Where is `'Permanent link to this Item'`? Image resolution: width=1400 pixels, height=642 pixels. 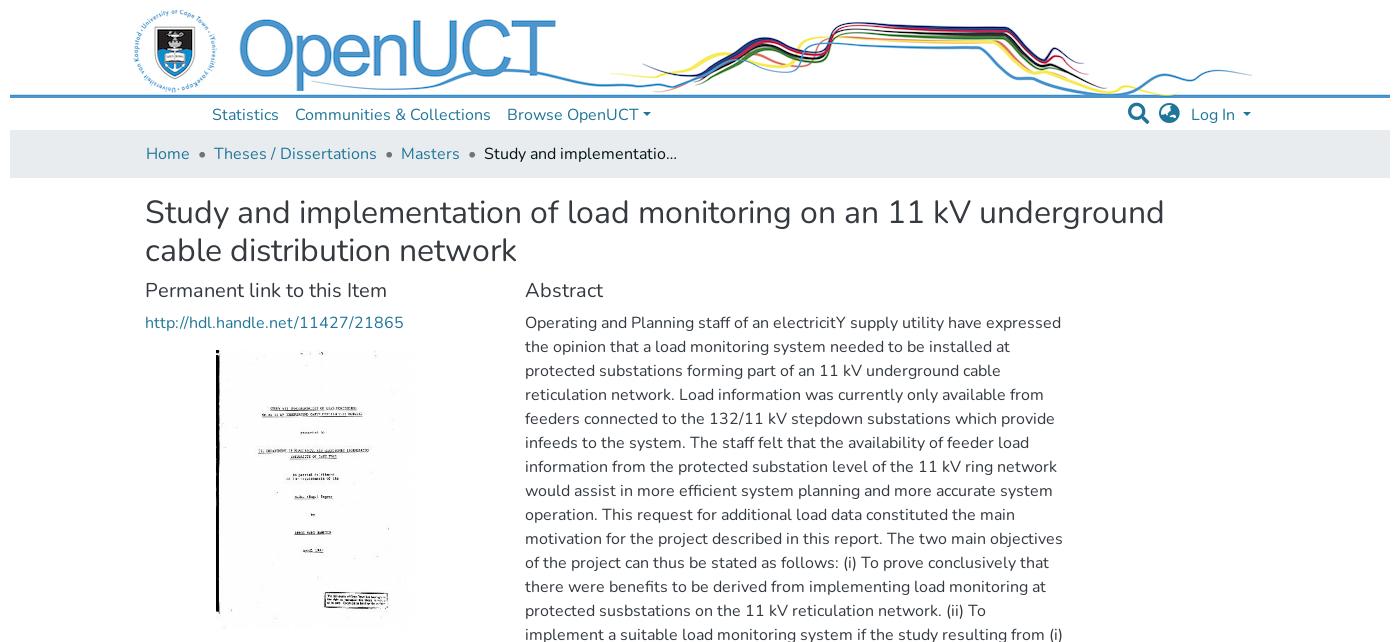
'Permanent link to this Item' is located at coordinates (266, 288).